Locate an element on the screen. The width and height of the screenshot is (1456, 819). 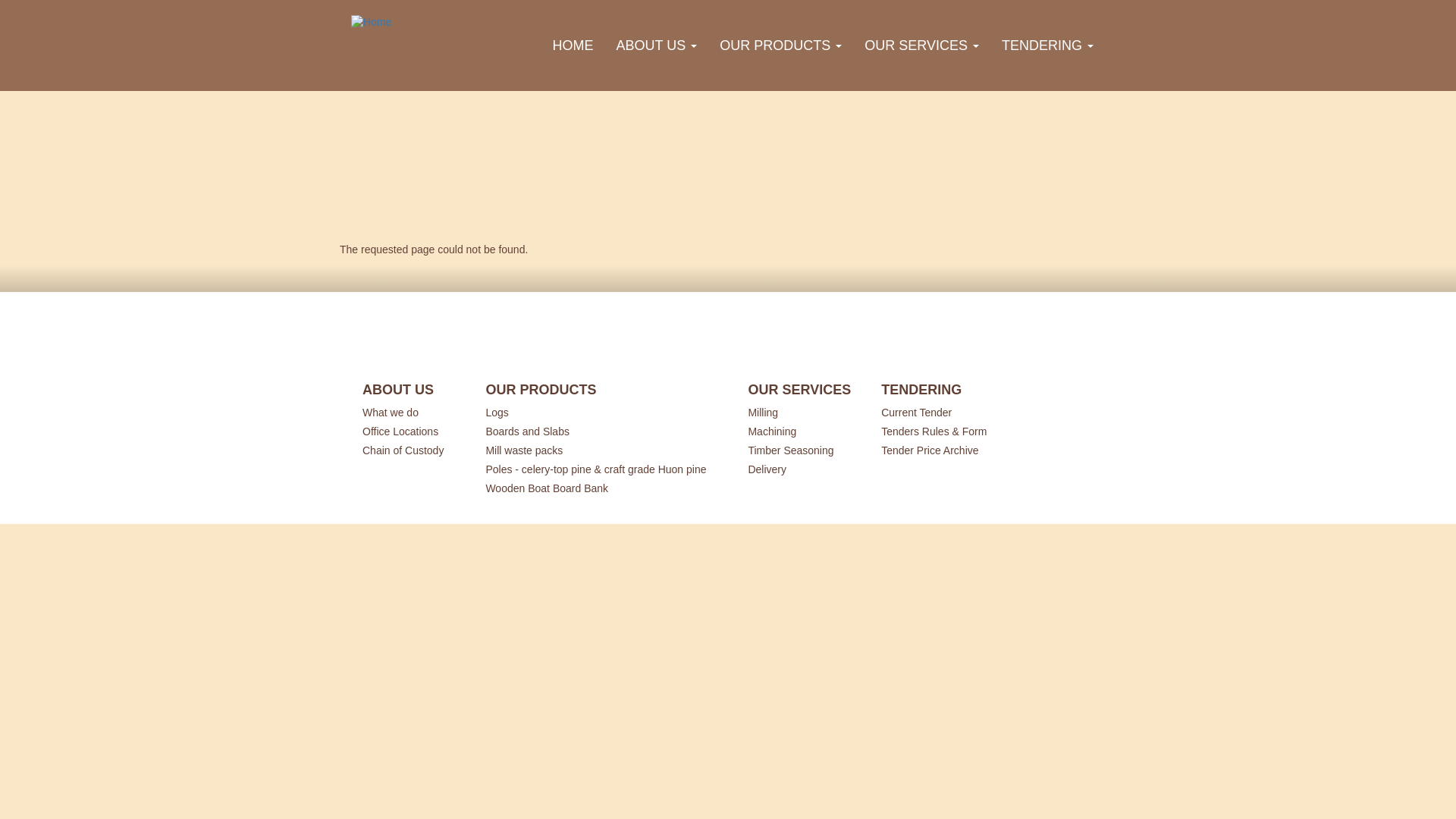
'Milling' is located at coordinates (795, 411).